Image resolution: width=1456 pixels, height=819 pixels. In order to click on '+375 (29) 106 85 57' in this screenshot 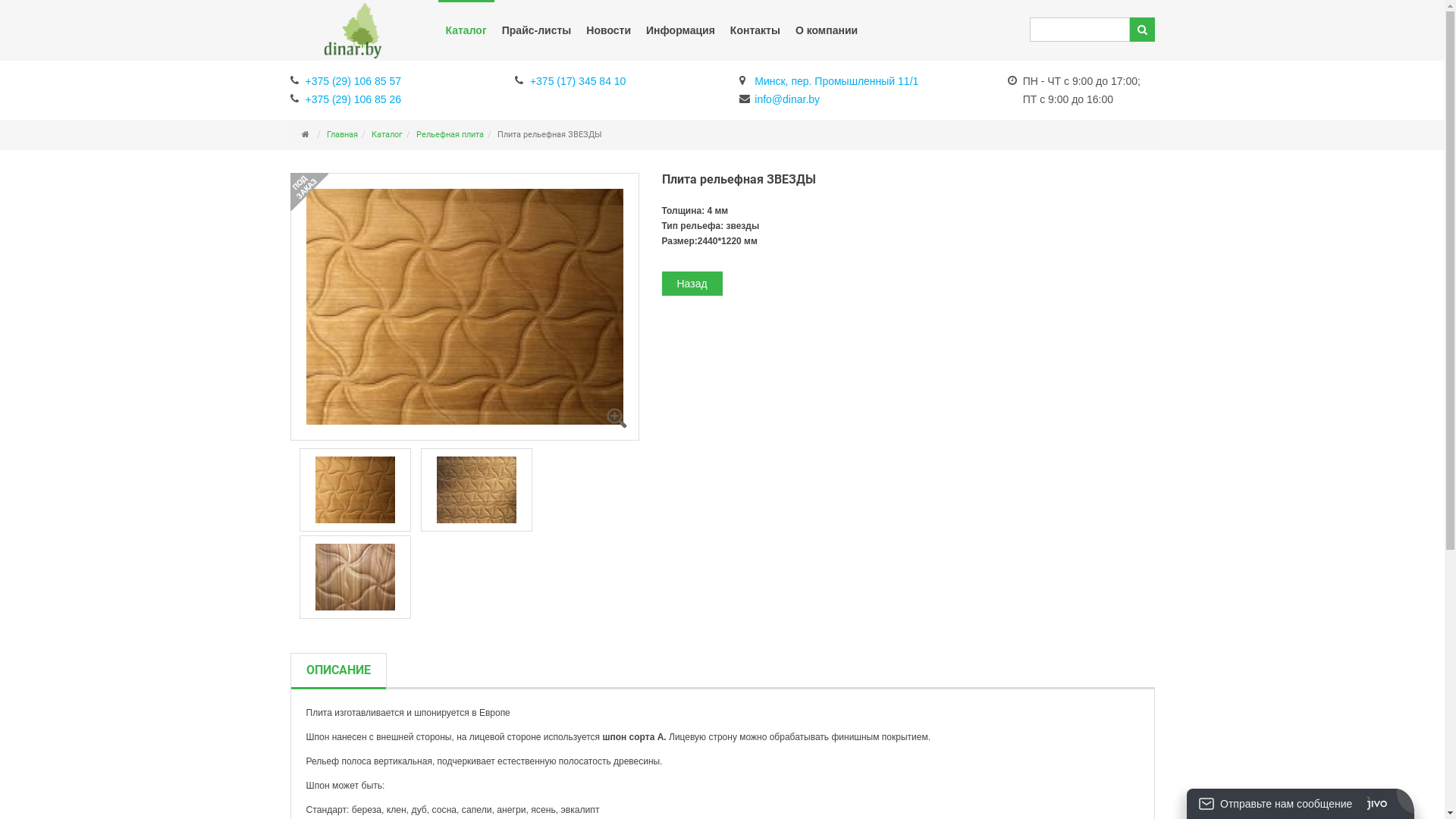, I will do `click(344, 79)`.